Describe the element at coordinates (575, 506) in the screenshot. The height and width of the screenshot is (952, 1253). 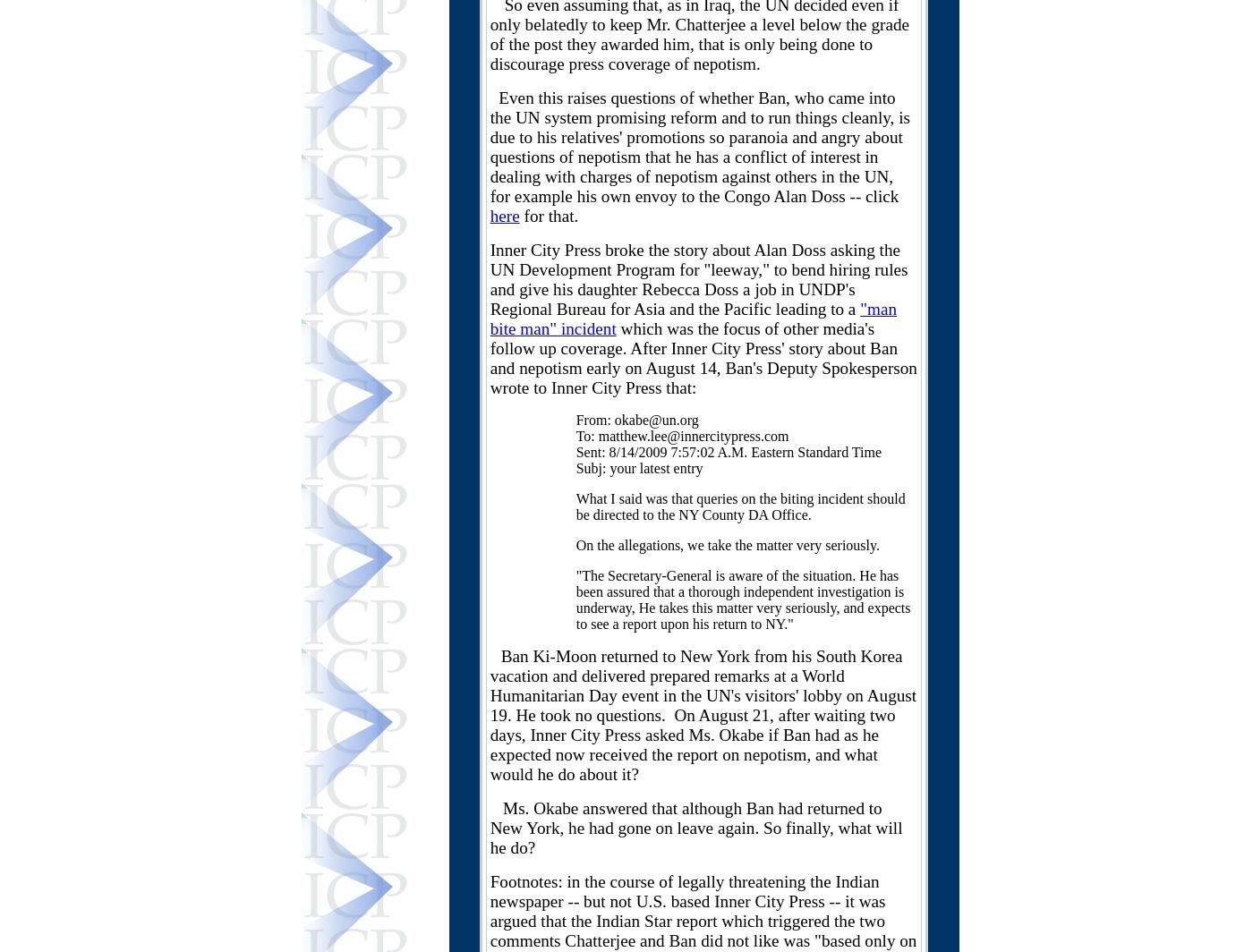
I see `'What
I said was that queries on the biting incident should be directed to
the NY County DA Office.'` at that location.